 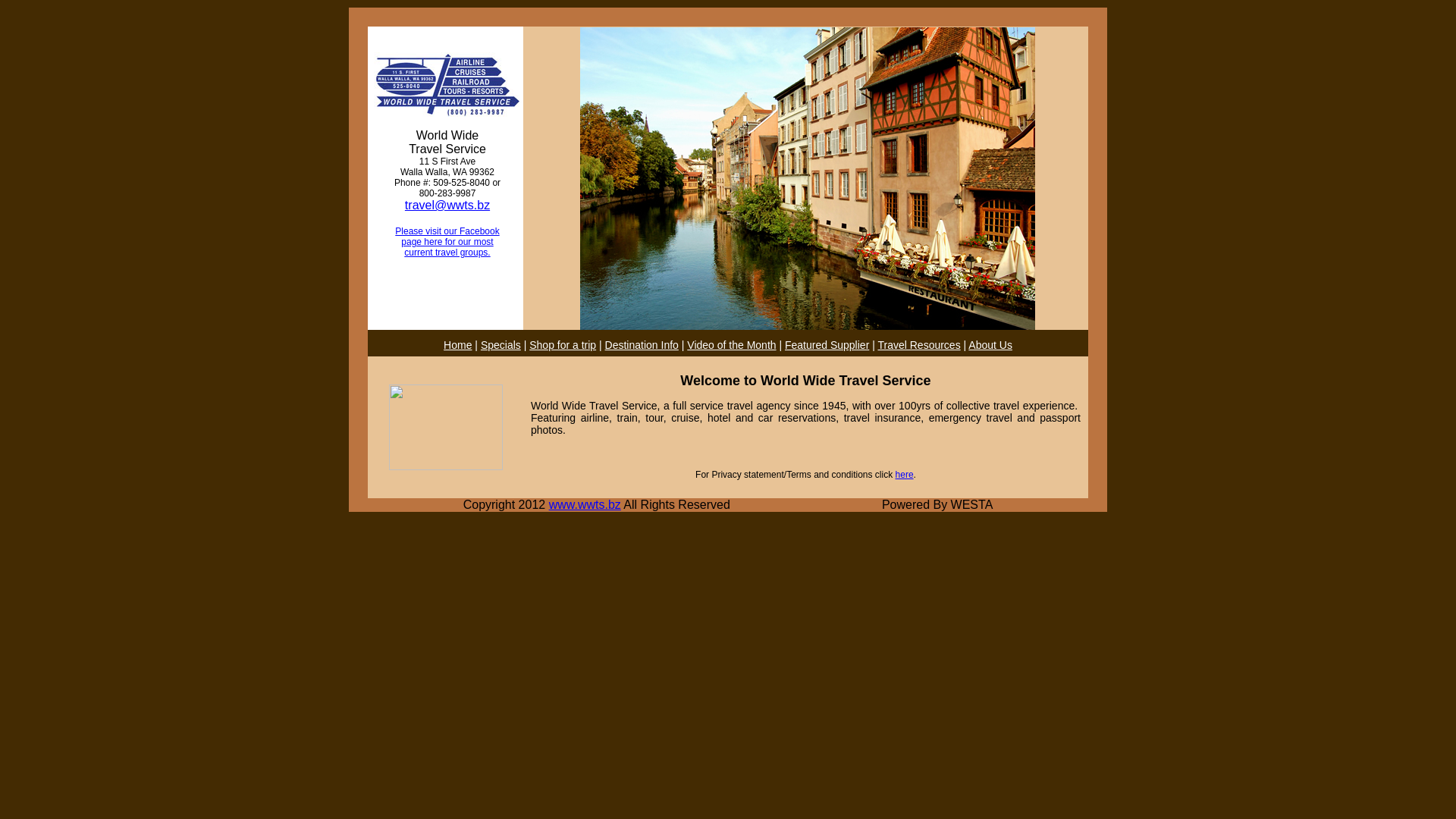 I want to click on 'About Us', so click(x=990, y=345).